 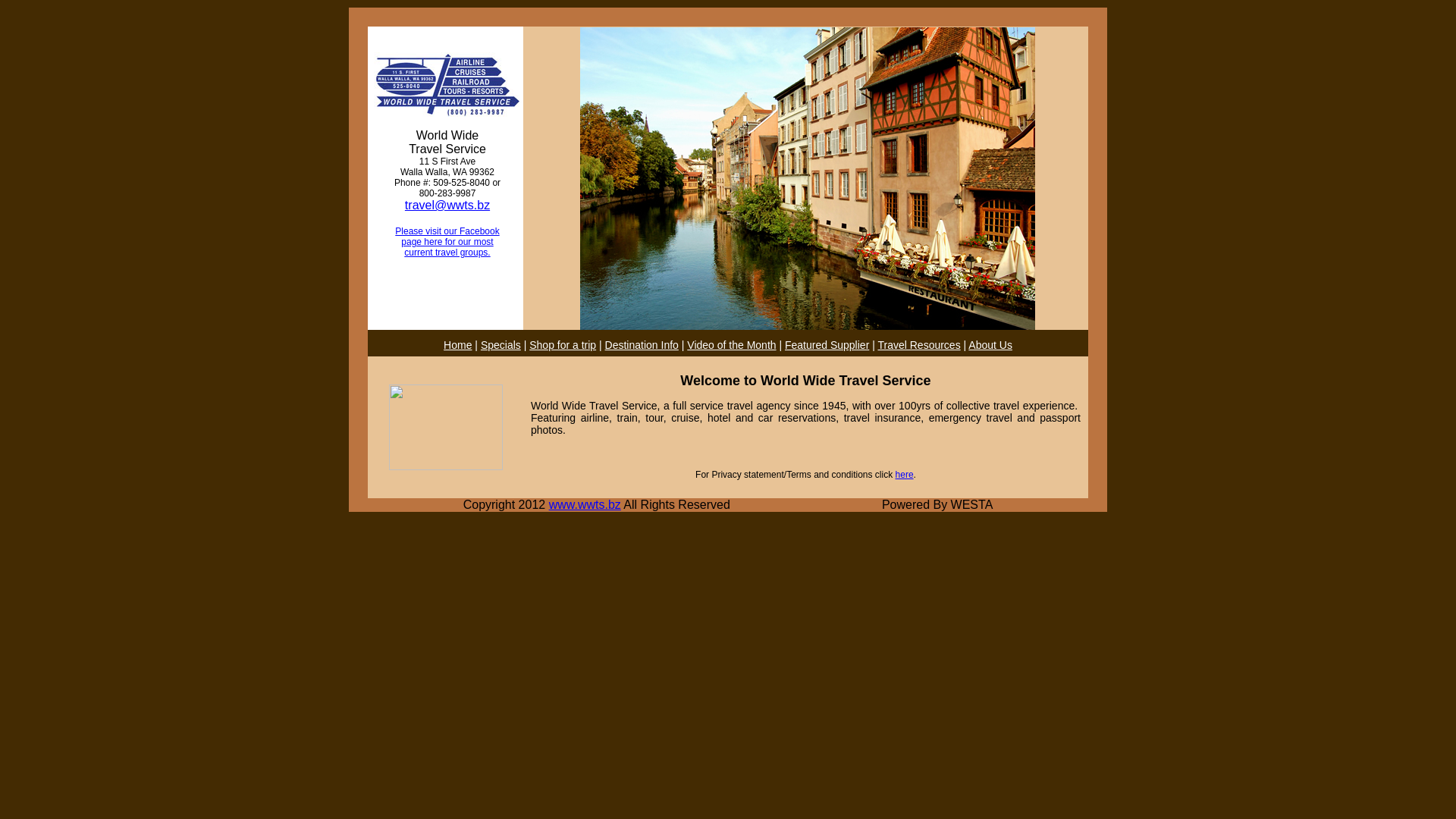 I want to click on 'About Us', so click(x=990, y=345).